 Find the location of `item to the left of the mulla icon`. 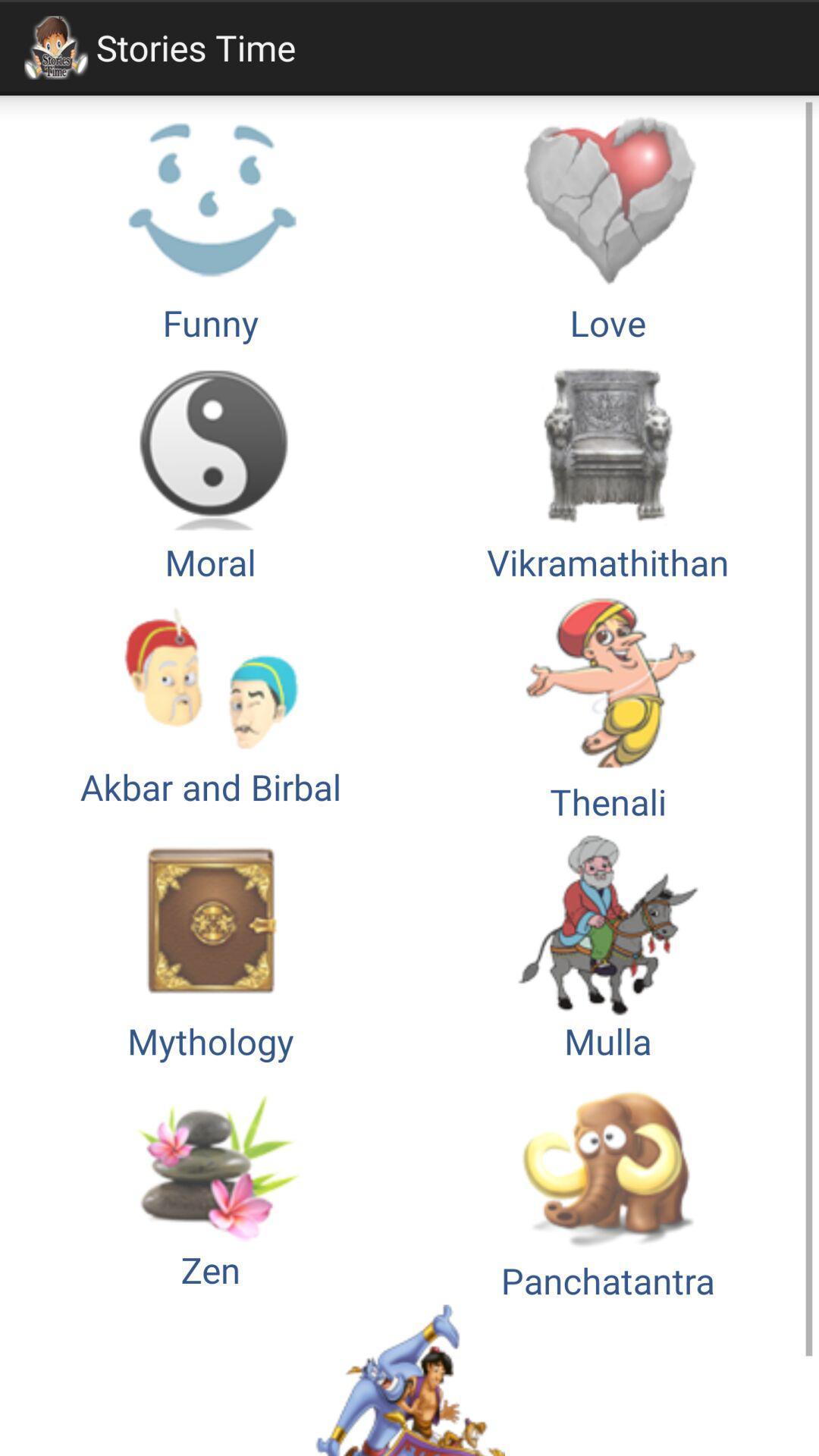

item to the left of the mulla icon is located at coordinates (210, 1184).